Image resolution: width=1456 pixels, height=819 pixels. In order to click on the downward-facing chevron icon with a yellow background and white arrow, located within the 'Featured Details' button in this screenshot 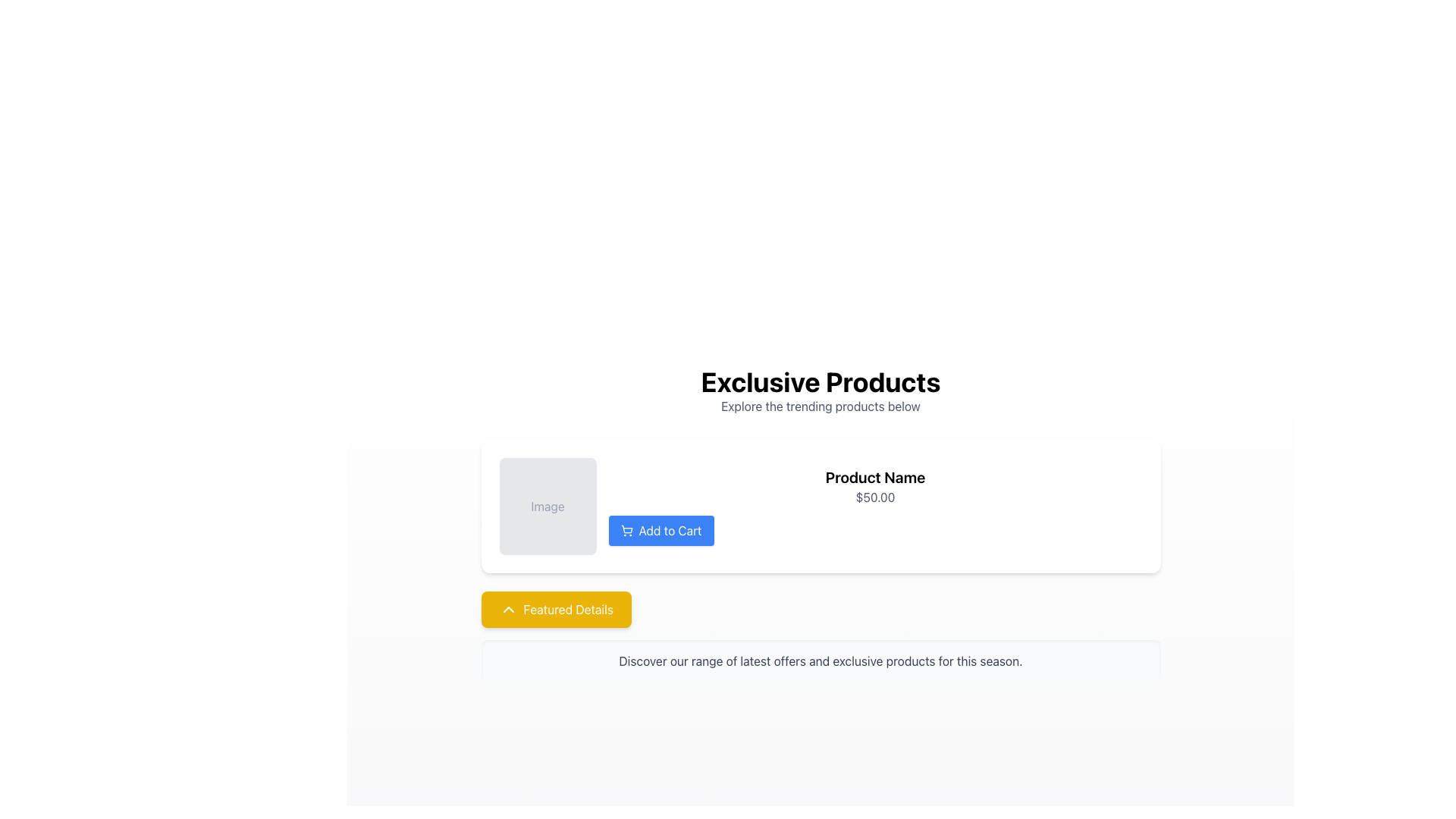, I will do `click(508, 608)`.